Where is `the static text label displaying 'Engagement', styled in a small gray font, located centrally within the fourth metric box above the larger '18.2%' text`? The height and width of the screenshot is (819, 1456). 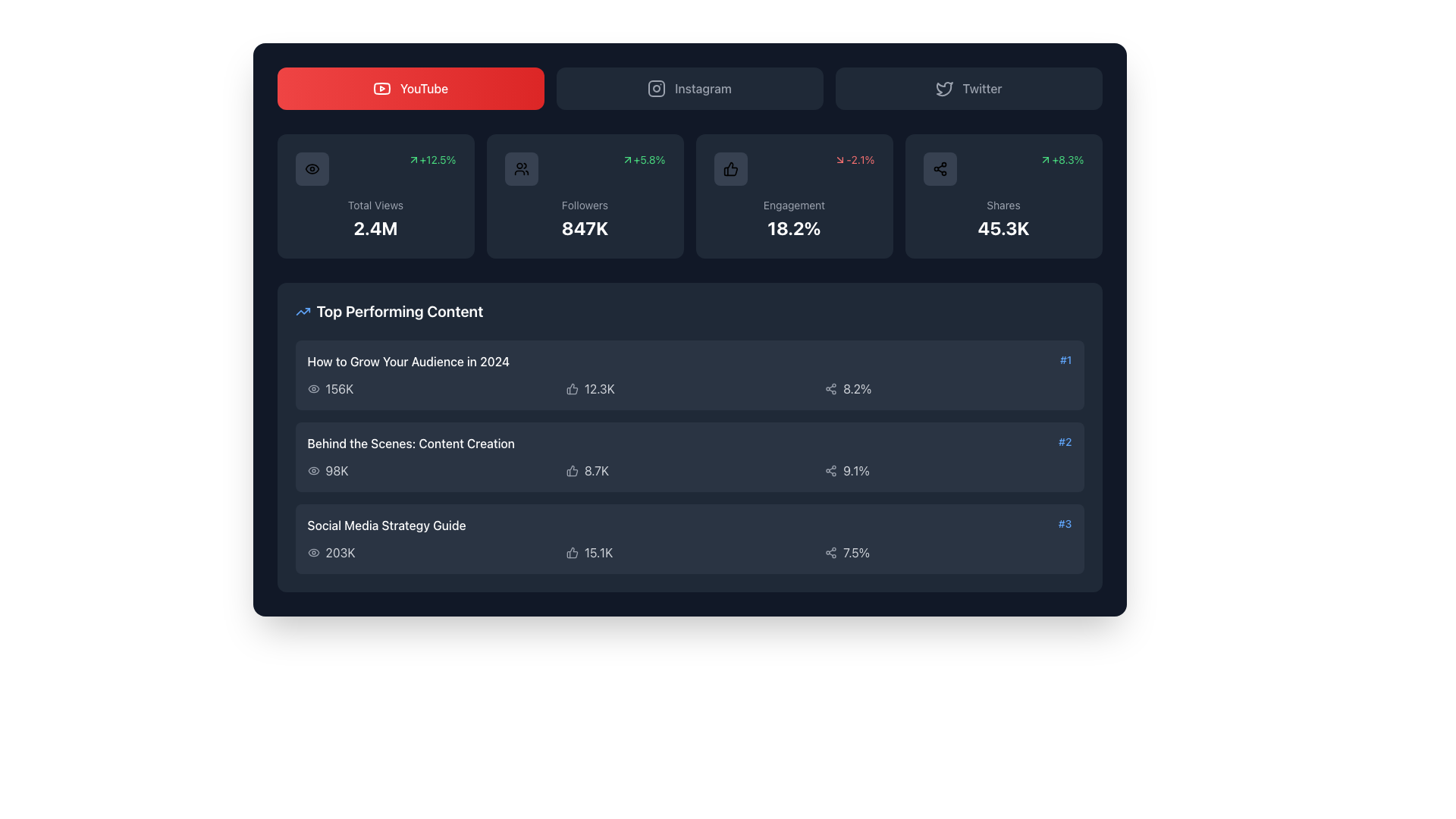 the static text label displaying 'Engagement', styled in a small gray font, located centrally within the fourth metric box above the larger '18.2%' text is located at coordinates (793, 205).